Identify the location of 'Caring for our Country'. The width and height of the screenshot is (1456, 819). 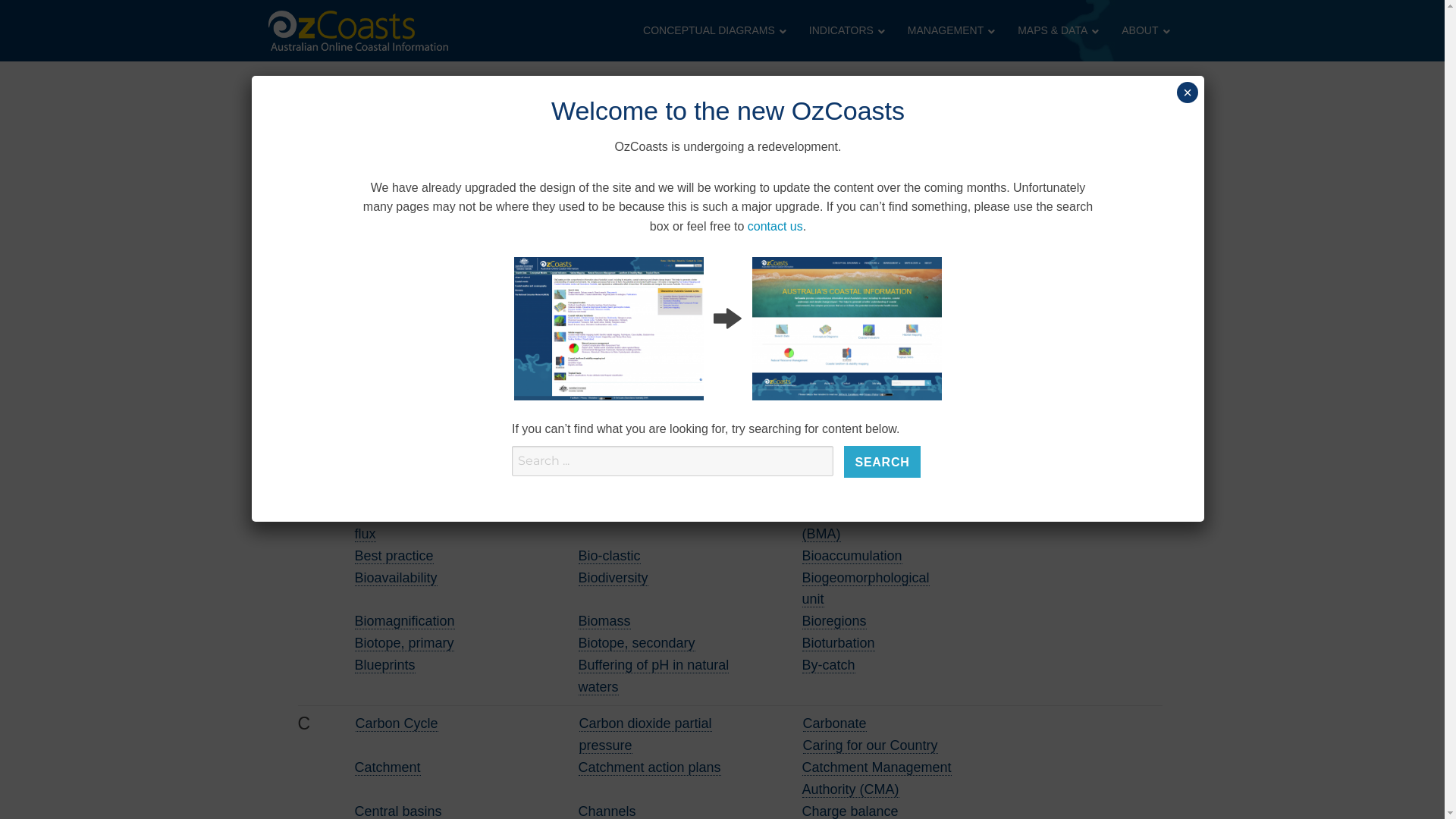
(870, 745).